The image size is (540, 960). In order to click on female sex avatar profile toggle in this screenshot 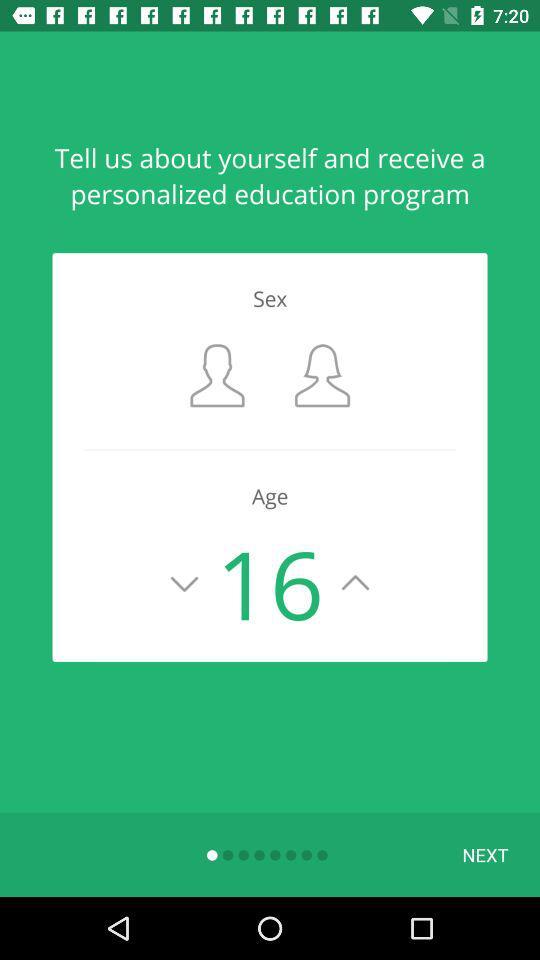, I will do `click(322, 374)`.